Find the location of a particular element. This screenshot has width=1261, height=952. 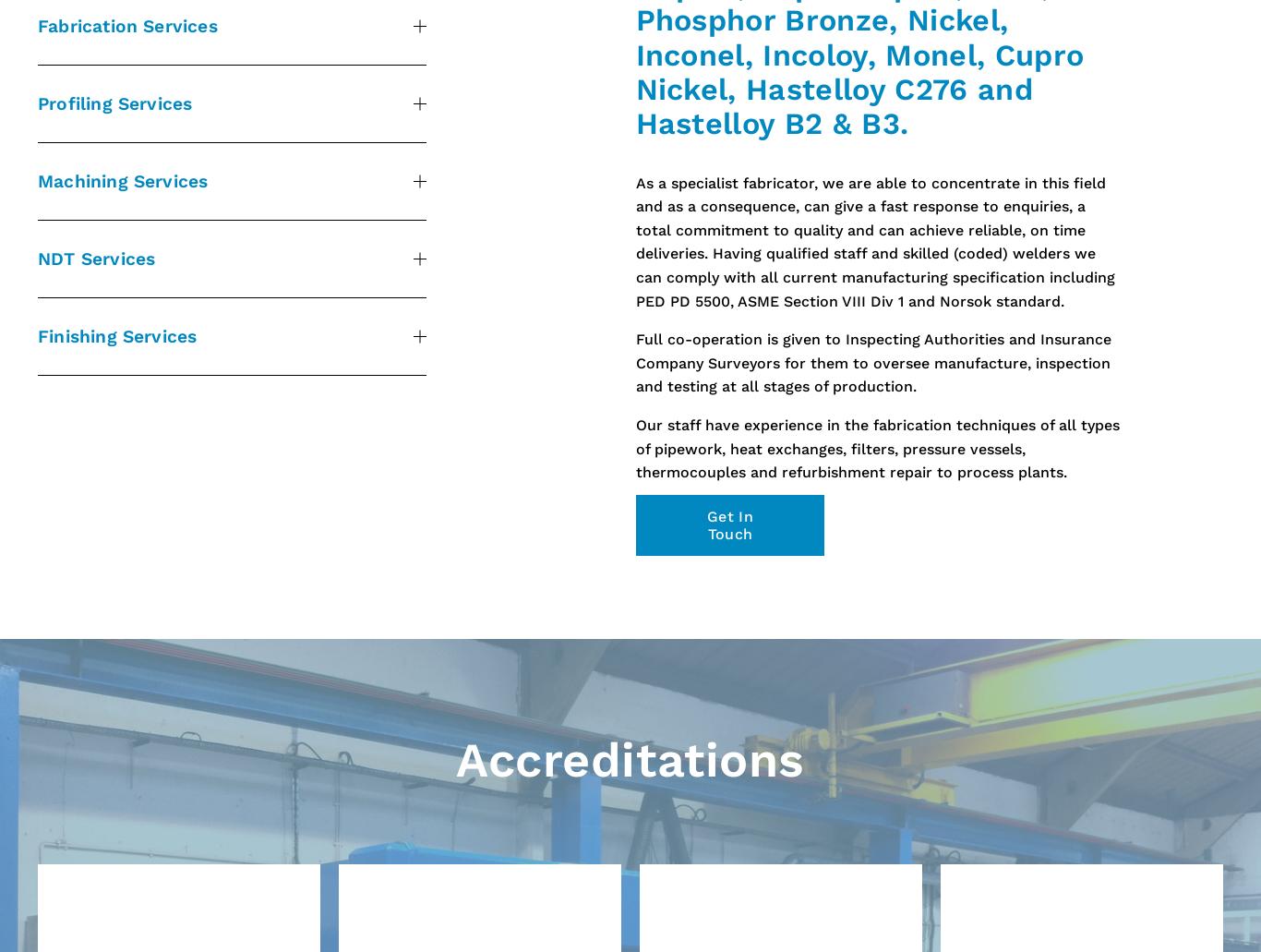

'Profiling Services' is located at coordinates (37, 102).